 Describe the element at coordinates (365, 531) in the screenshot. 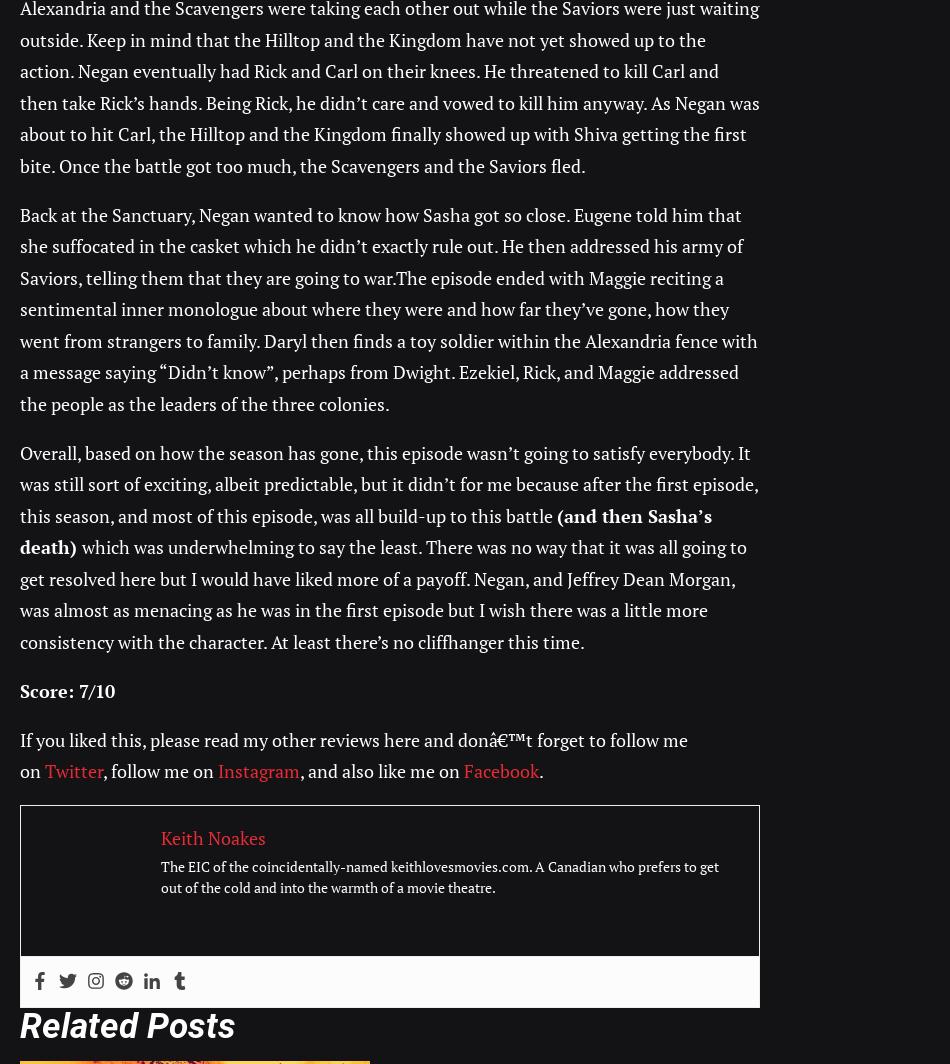

I see `'(and then Sasha’s death)'` at that location.